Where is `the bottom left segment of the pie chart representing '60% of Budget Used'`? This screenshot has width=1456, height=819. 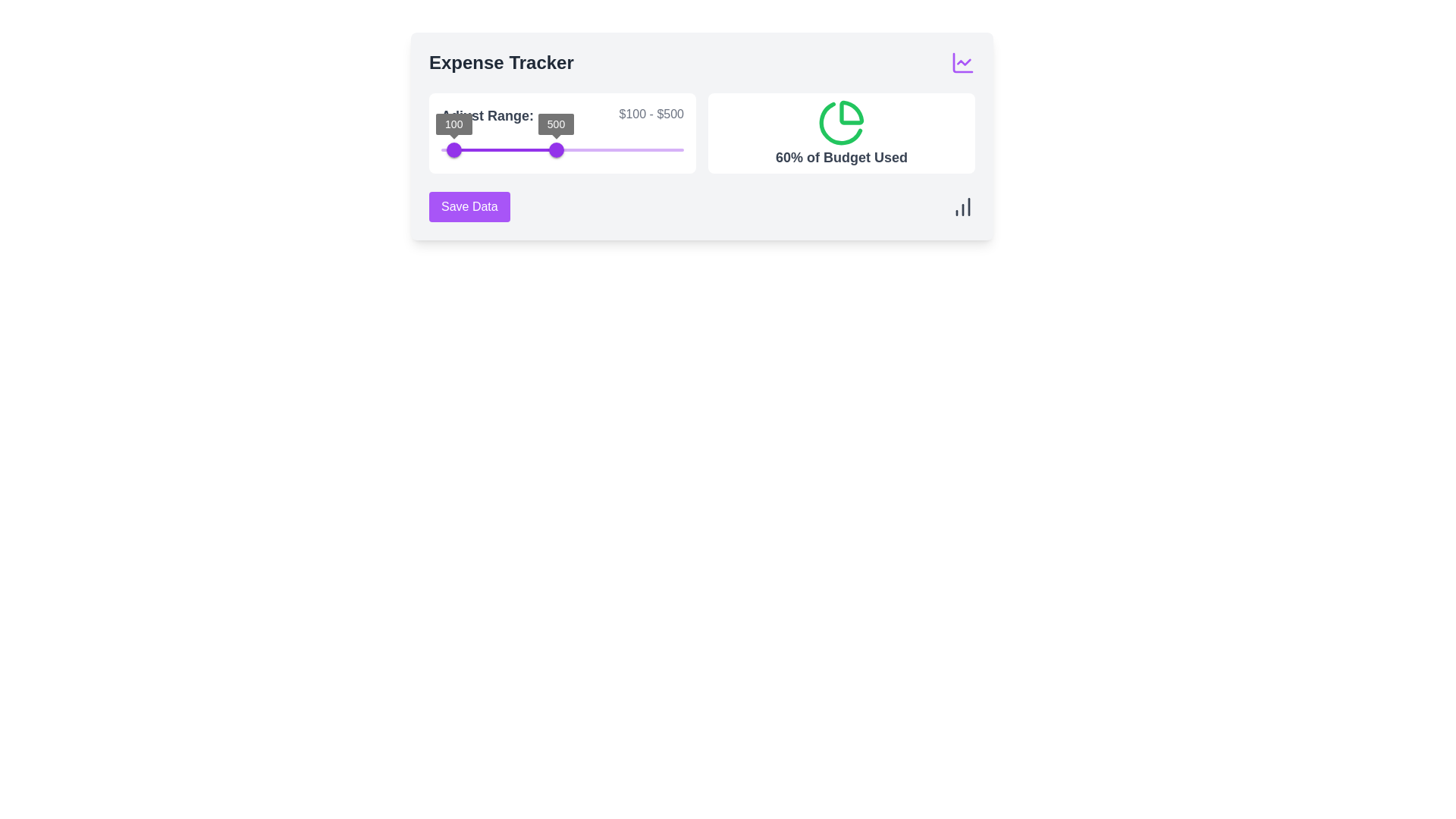 the bottom left segment of the pie chart representing '60% of Budget Used' is located at coordinates (839, 123).